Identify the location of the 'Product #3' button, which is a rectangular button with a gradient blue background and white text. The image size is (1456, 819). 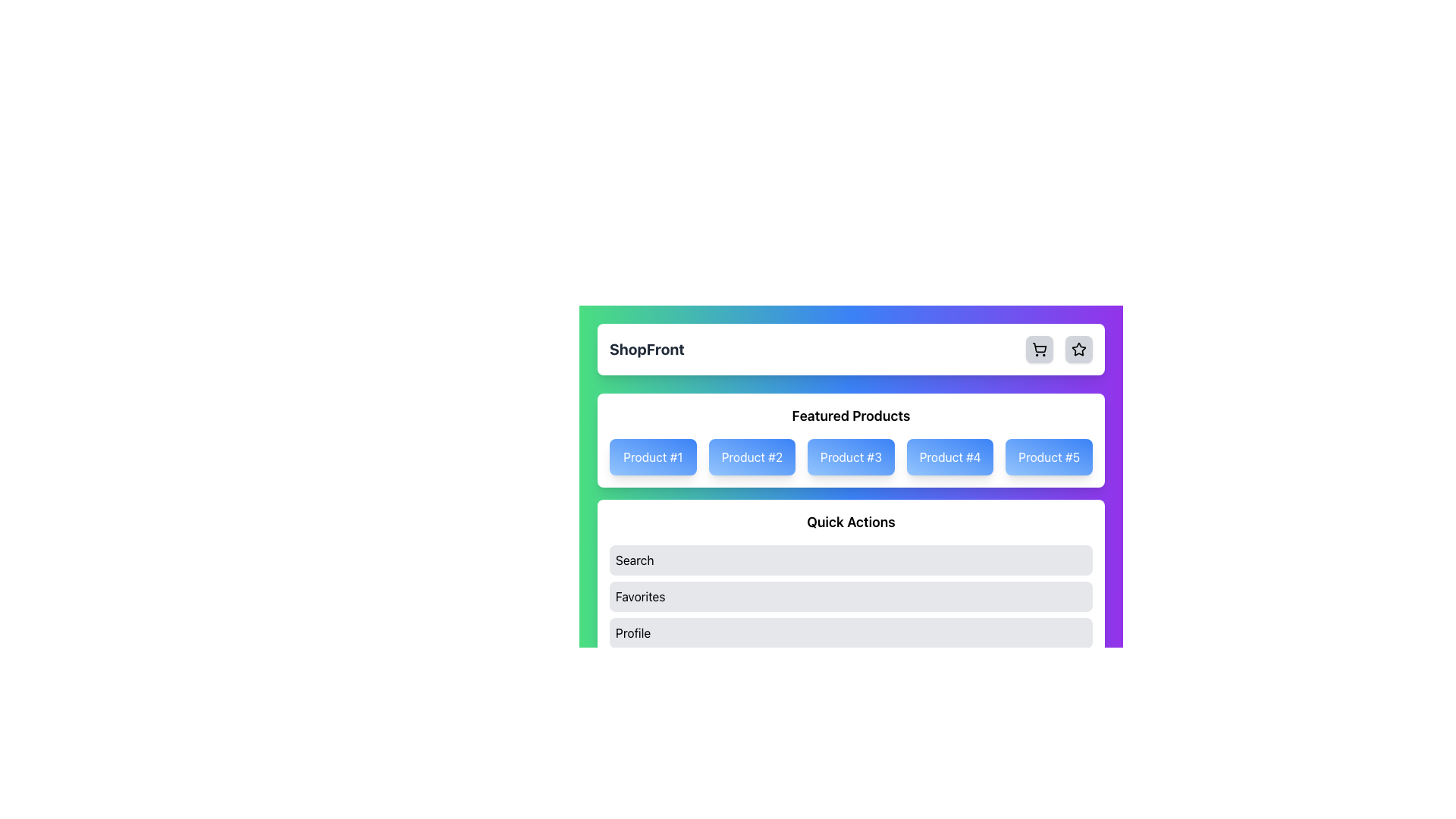
(851, 456).